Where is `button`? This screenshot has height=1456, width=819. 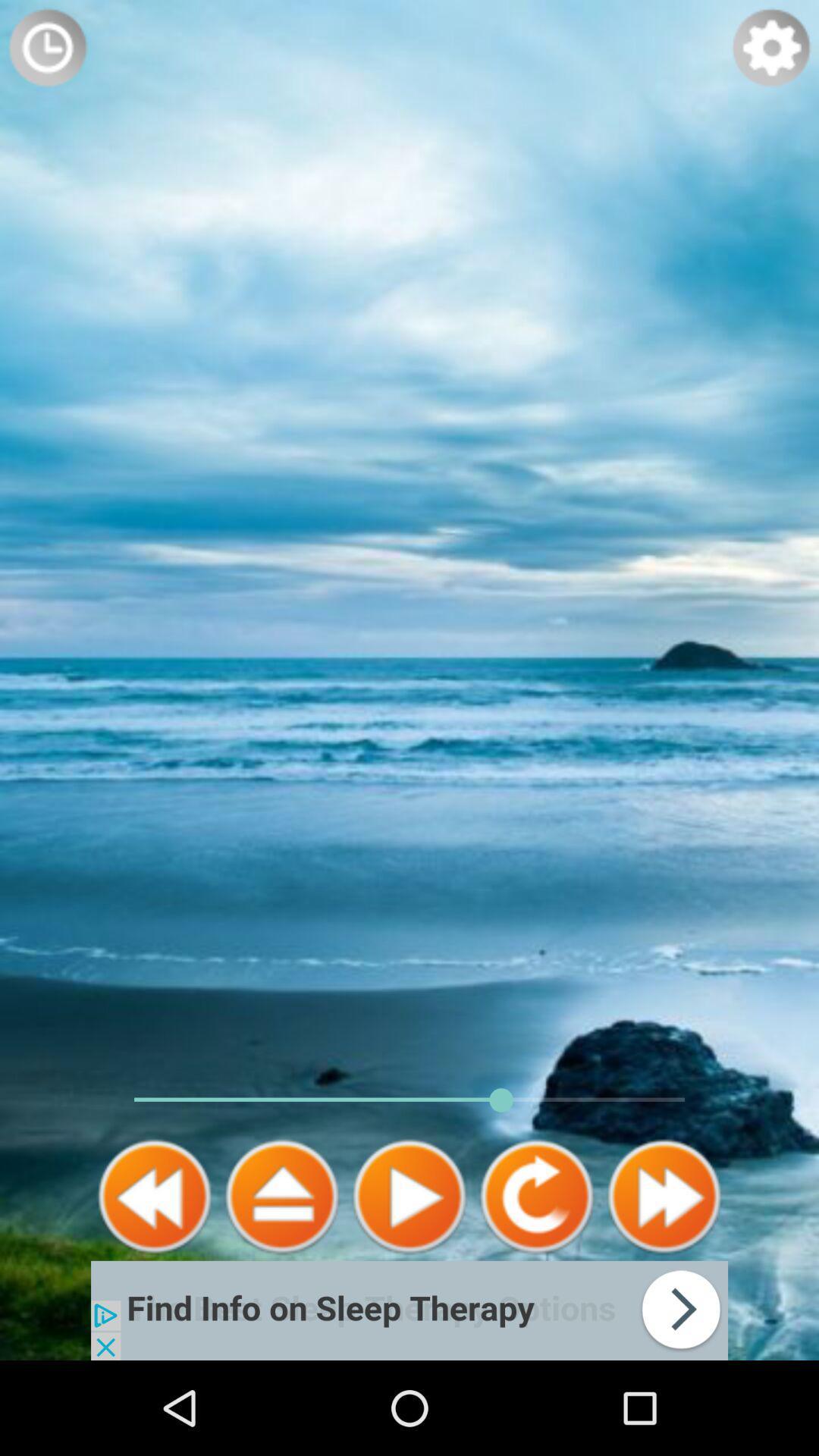
button is located at coordinates (409, 1196).